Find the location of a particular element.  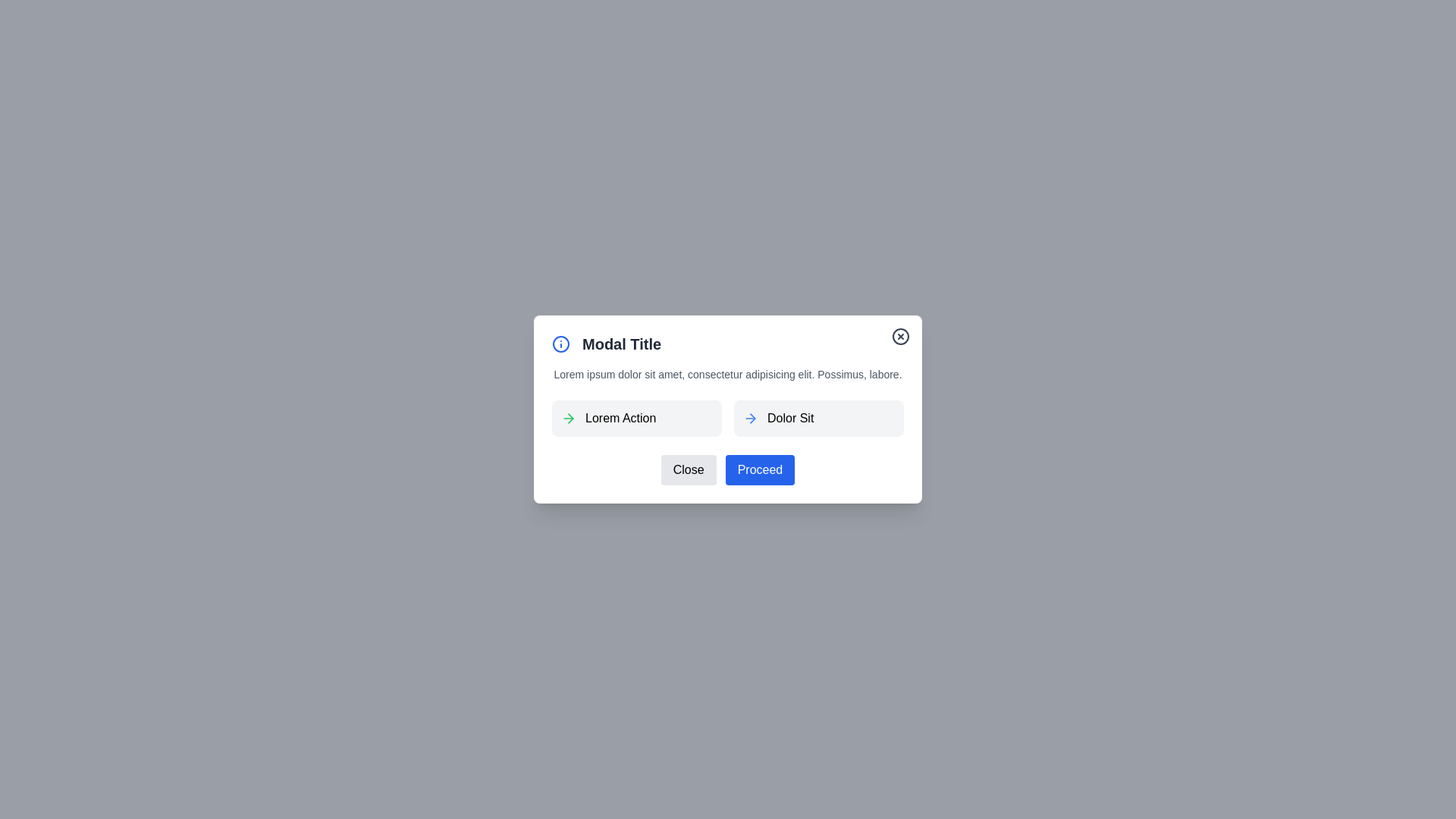

the 'Proceed' button, which is a rectangular button with a blue background and white text, located at the bottom of the modal dialog box, to trigger the hover effect is located at coordinates (760, 469).